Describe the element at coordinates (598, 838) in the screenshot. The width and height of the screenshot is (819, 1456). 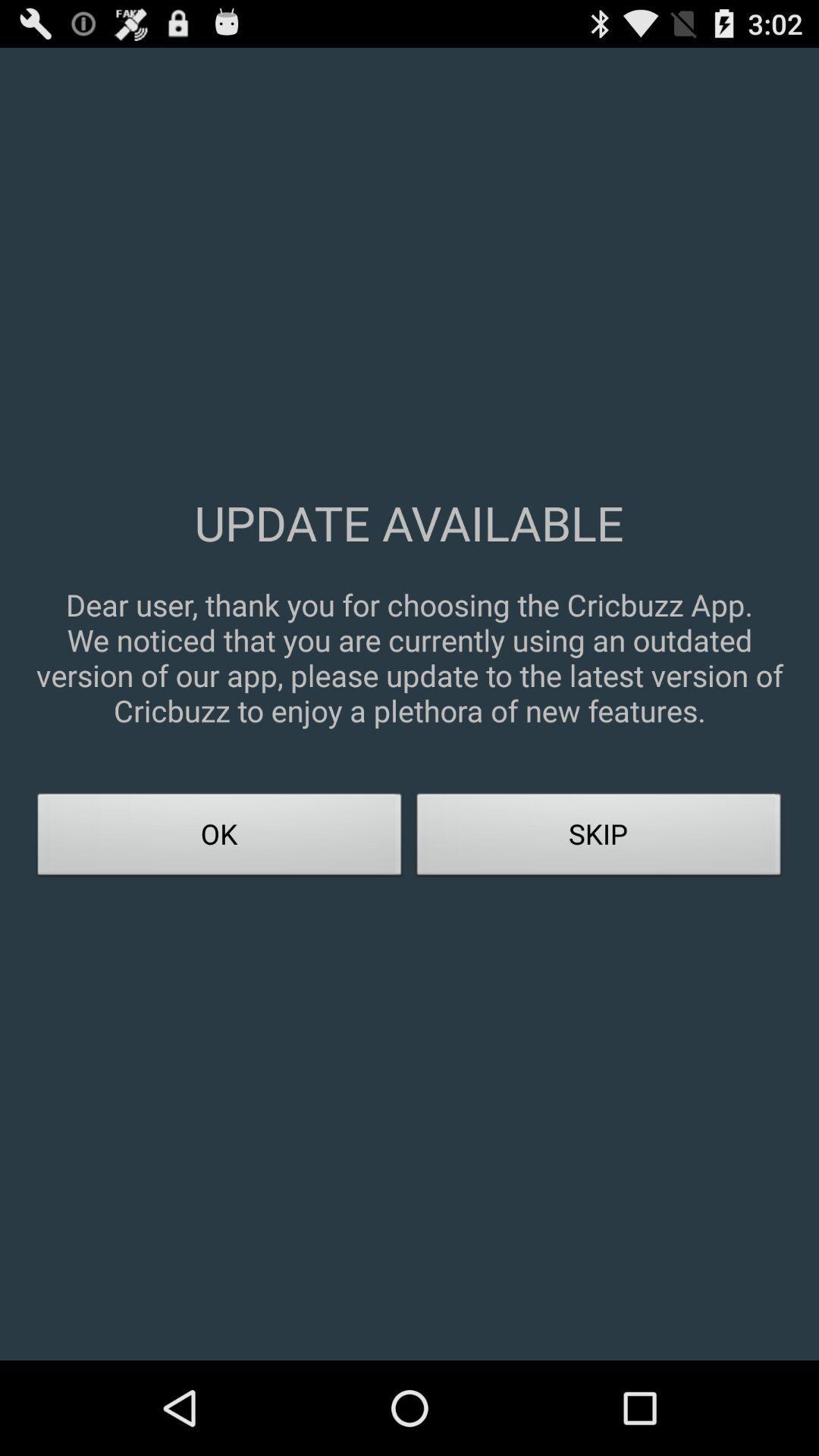
I see `the button on the right` at that location.